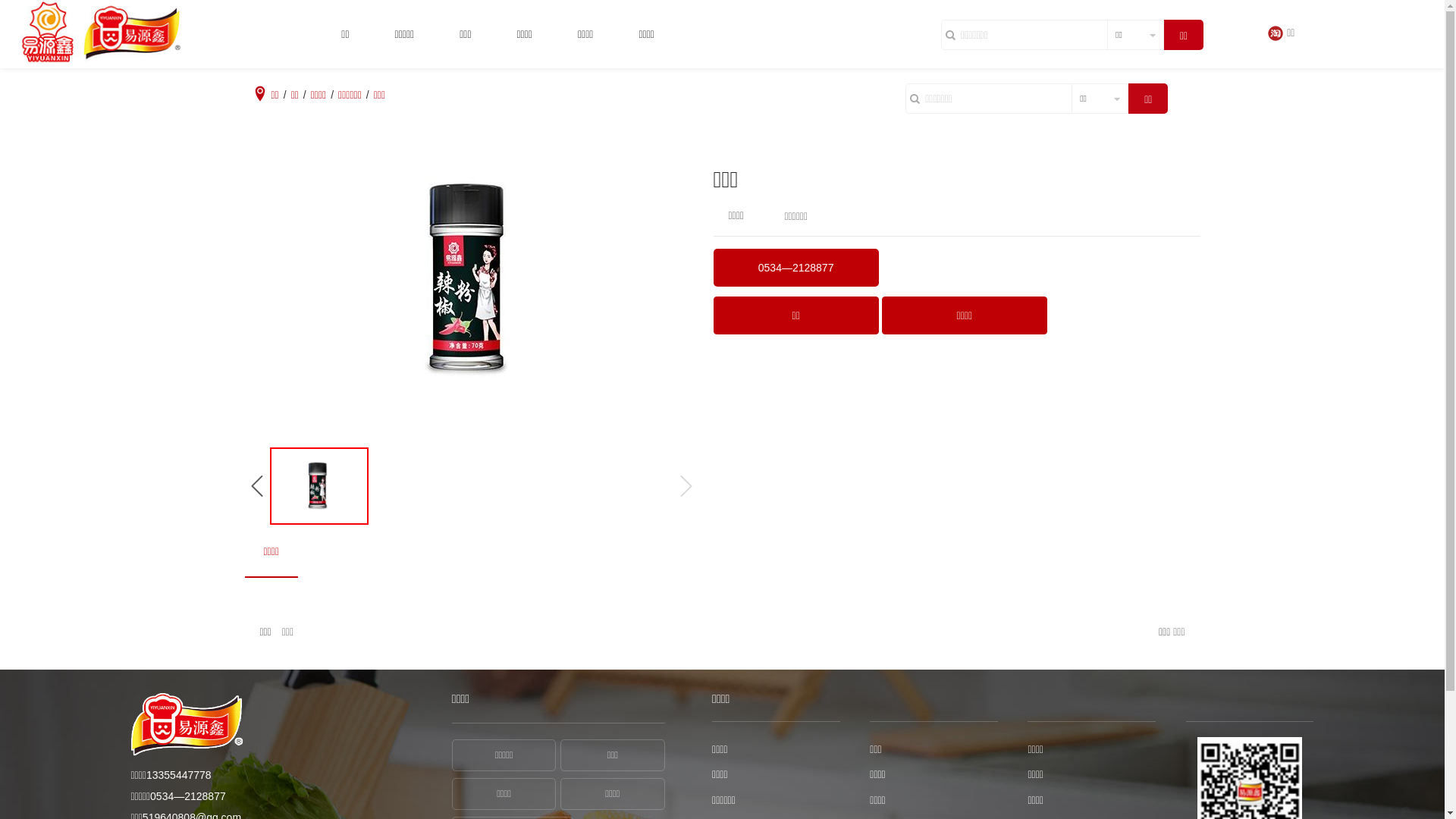 This screenshot has height=819, width=1456. I want to click on '13355447778', so click(178, 775).